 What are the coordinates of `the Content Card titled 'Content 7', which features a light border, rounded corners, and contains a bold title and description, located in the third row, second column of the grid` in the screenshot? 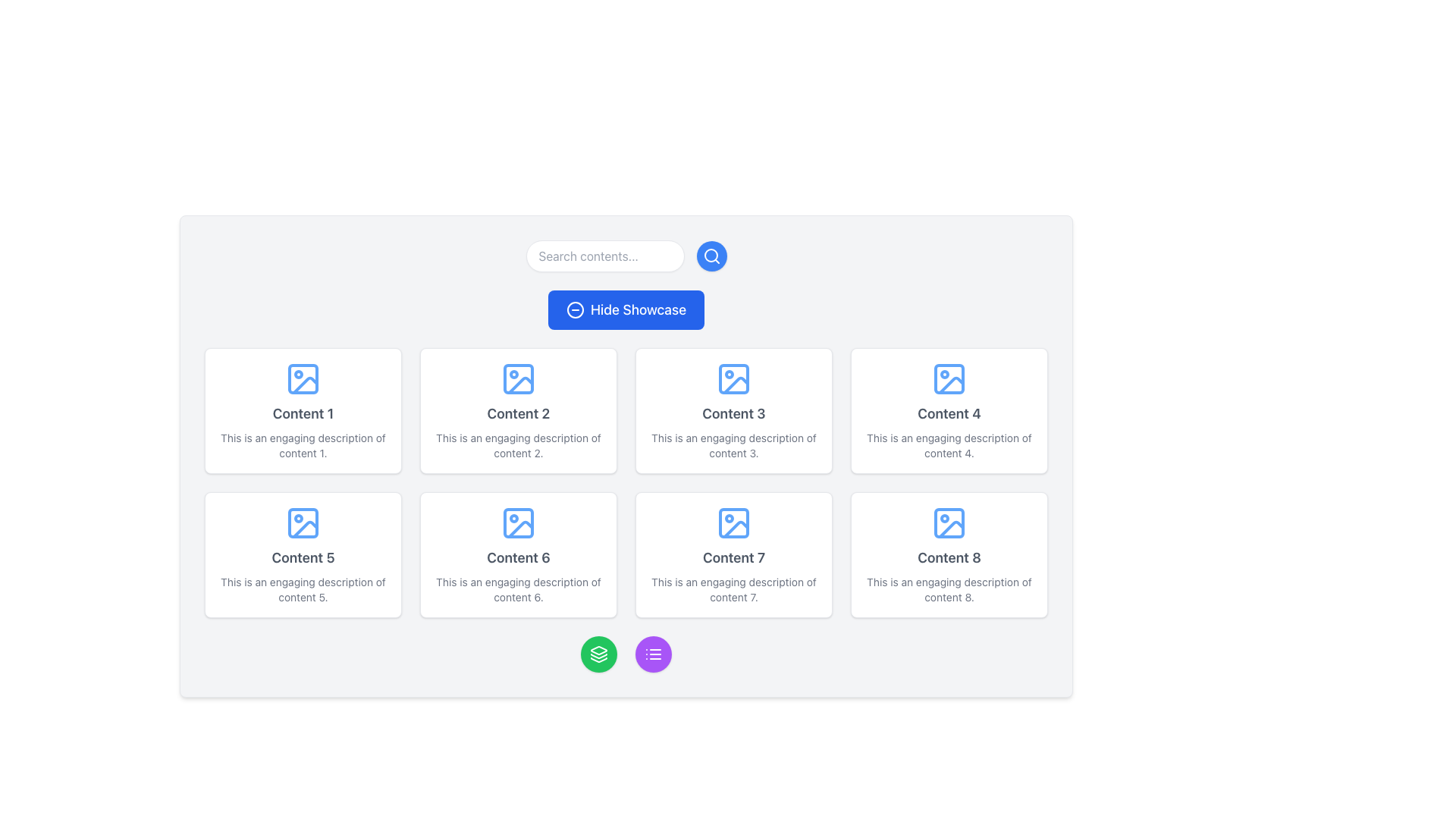 It's located at (734, 555).